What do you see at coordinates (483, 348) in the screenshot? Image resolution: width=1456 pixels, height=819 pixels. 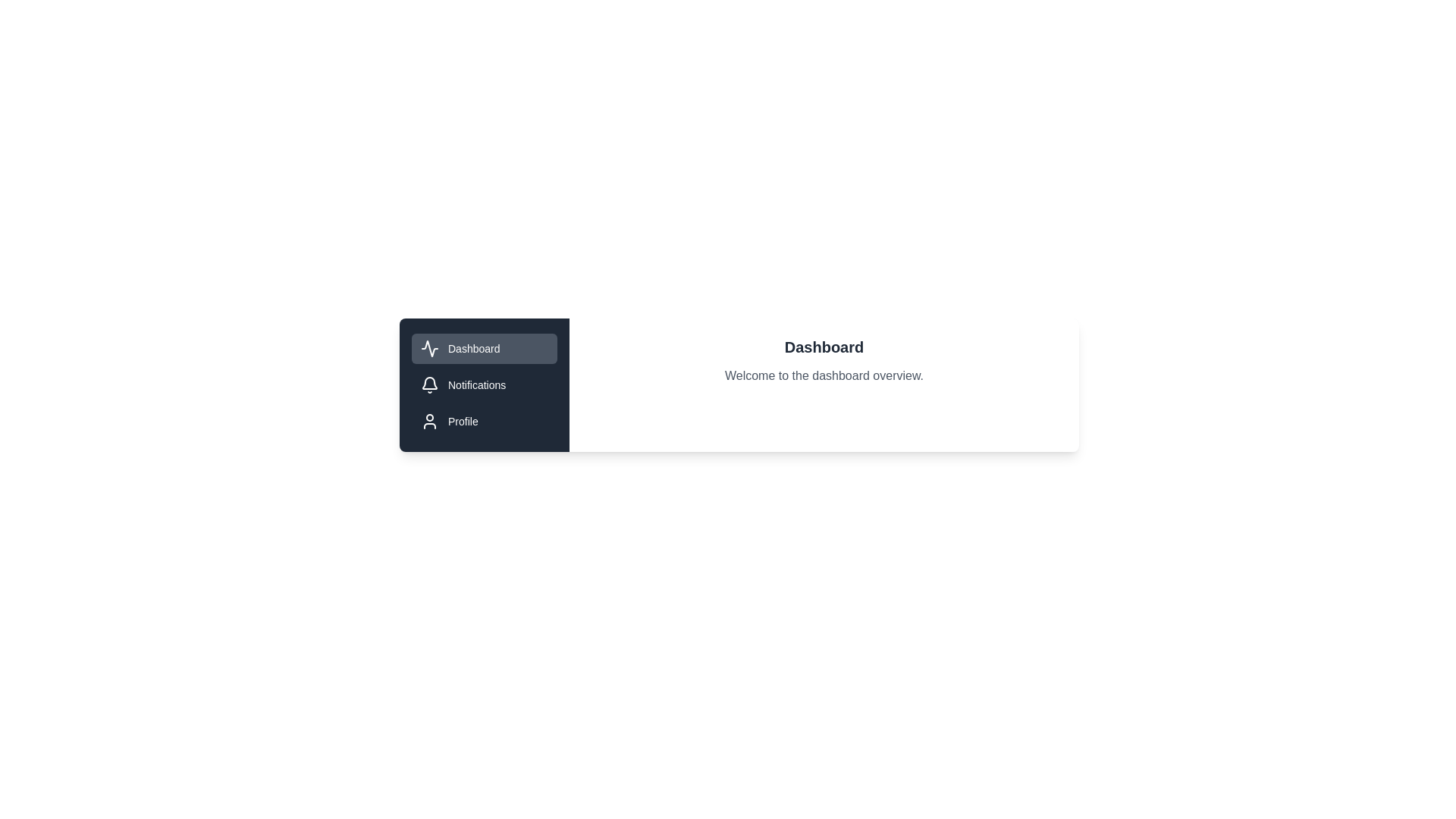 I see `the tab Dashboard to view its content` at bounding box center [483, 348].